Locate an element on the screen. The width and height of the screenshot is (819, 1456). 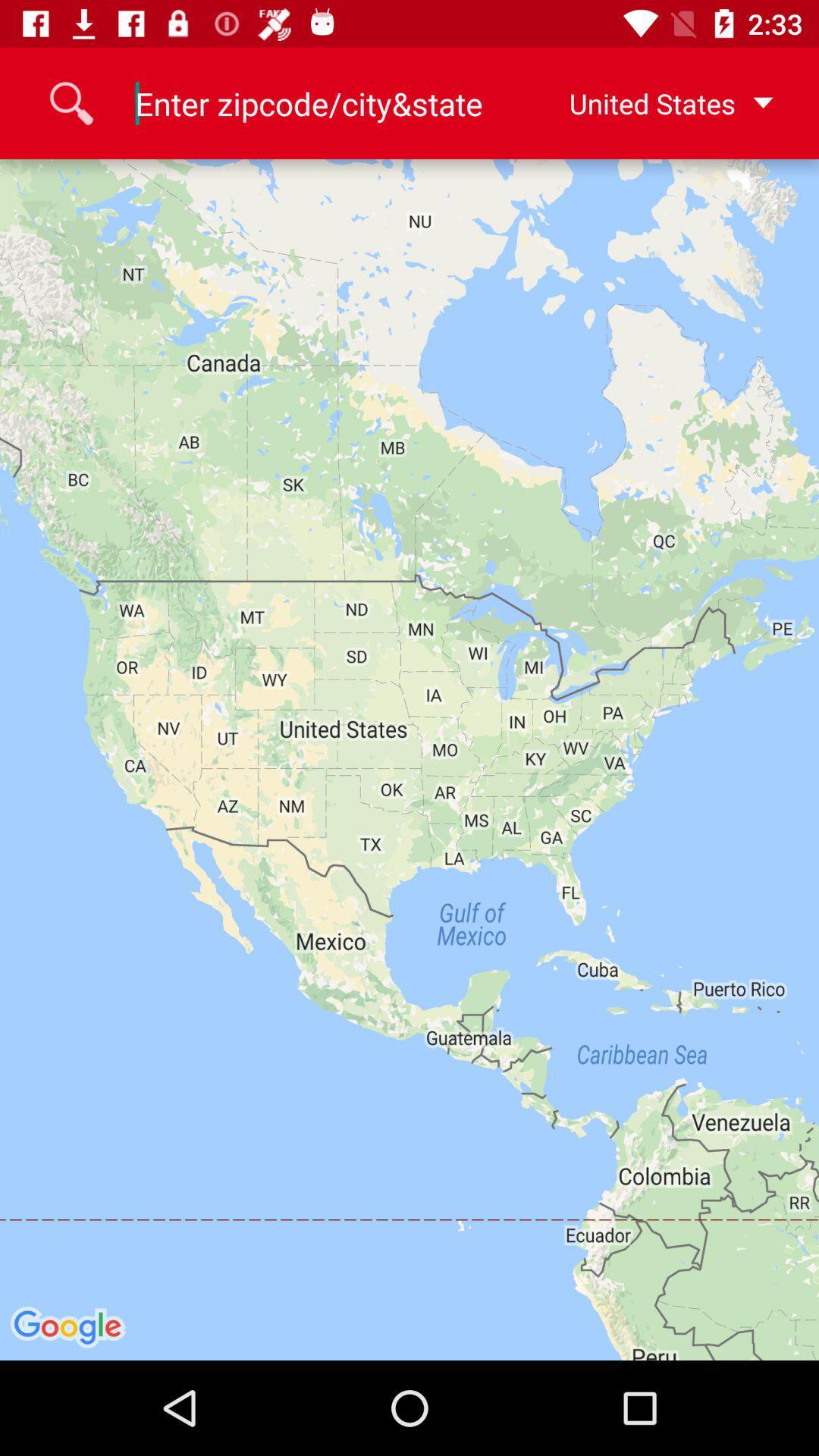
the icon at the center is located at coordinates (409, 760).